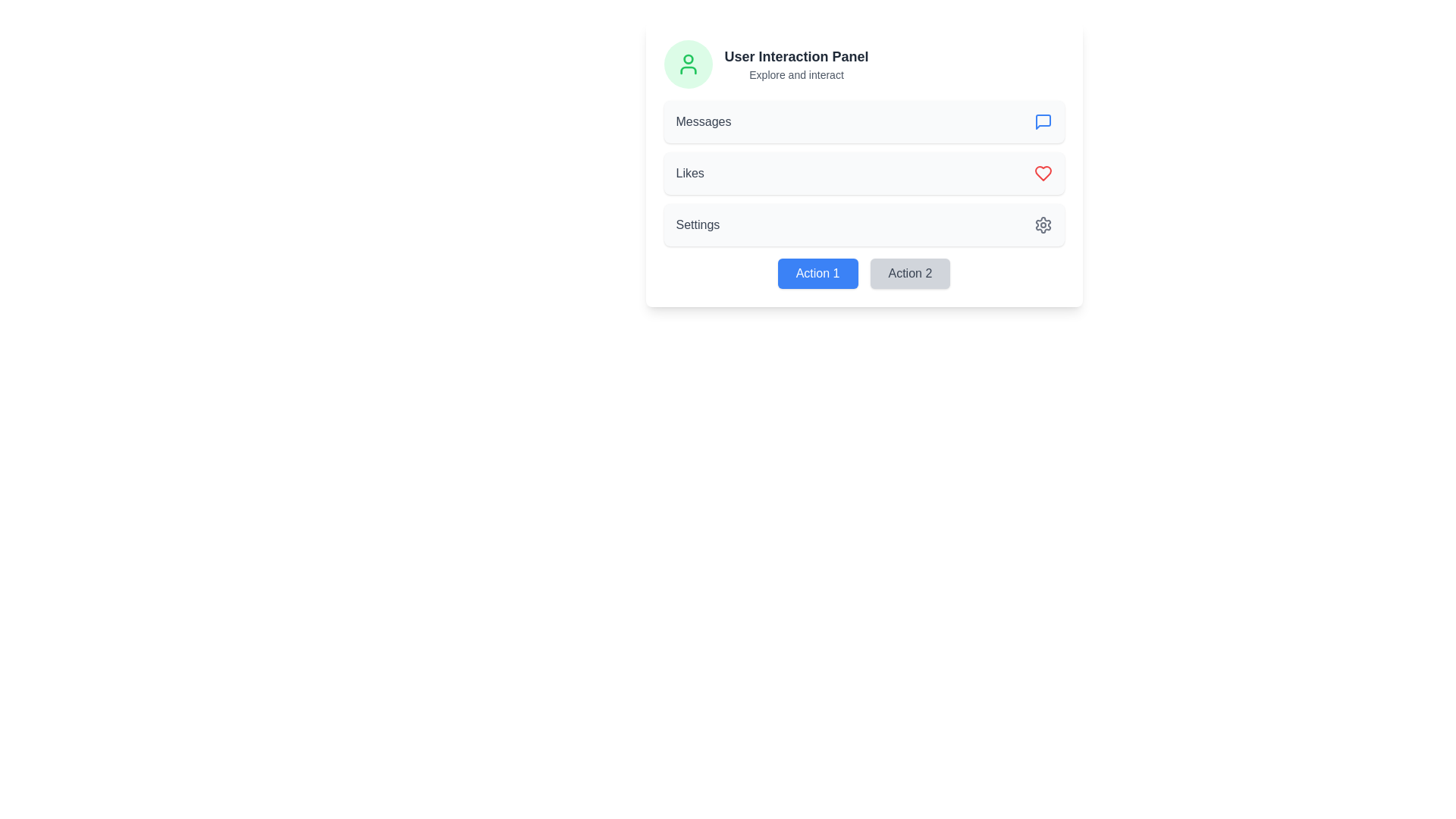 Image resolution: width=1456 pixels, height=819 pixels. What do you see at coordinates (795, 75) in the screenshot?
I see `the Text Label that provides auxiliary descriptive or instructional information related to the User Interaction Panel, positioned directly below the section header` at bounding box center [795, 75].